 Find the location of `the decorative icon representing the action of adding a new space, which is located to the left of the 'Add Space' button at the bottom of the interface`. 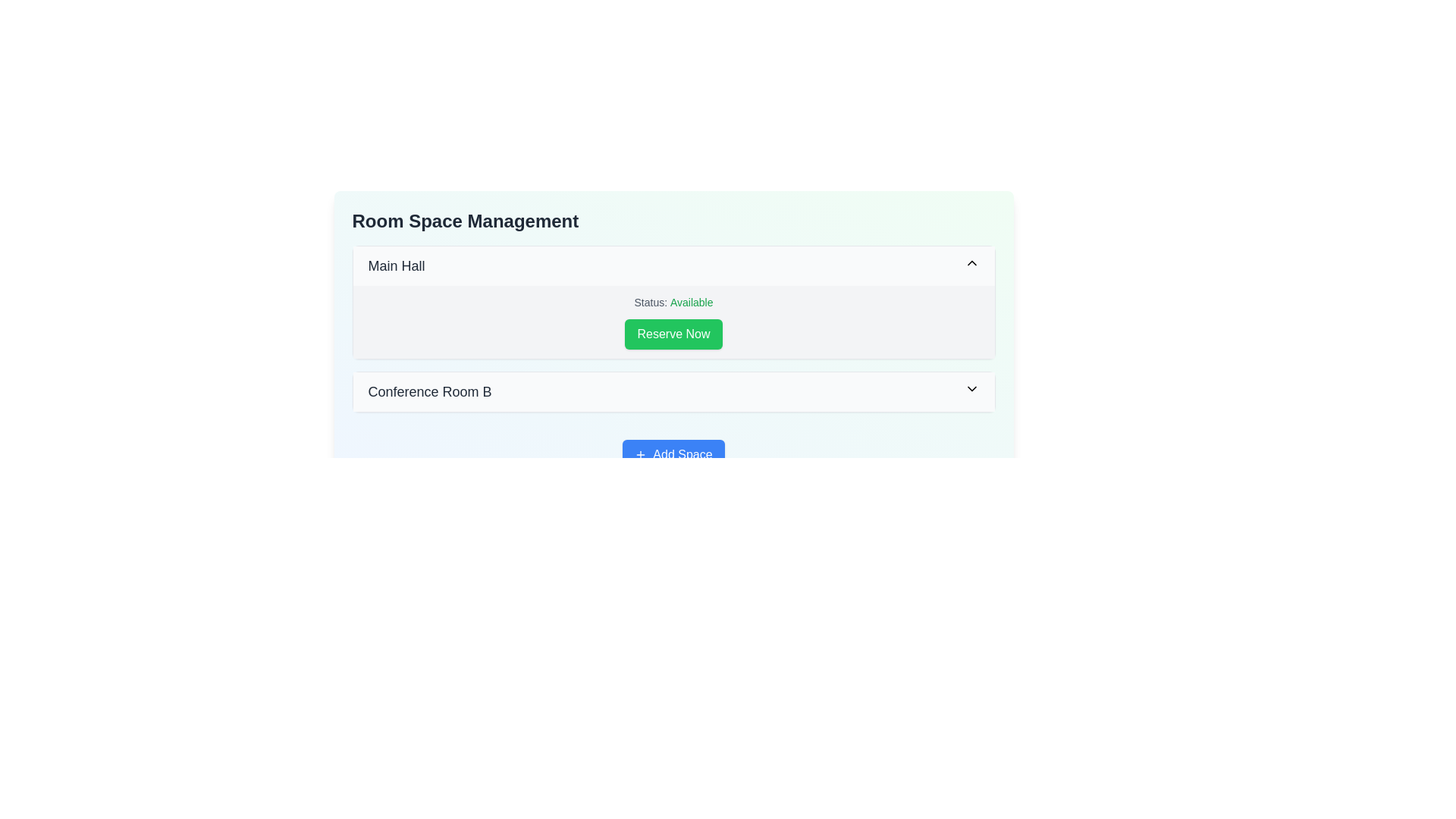

the decorative icon representing the action of adding a new space, which is located to the left of the 'Add Space' button at the bottom of the interface is located at coordinates (641, 454).